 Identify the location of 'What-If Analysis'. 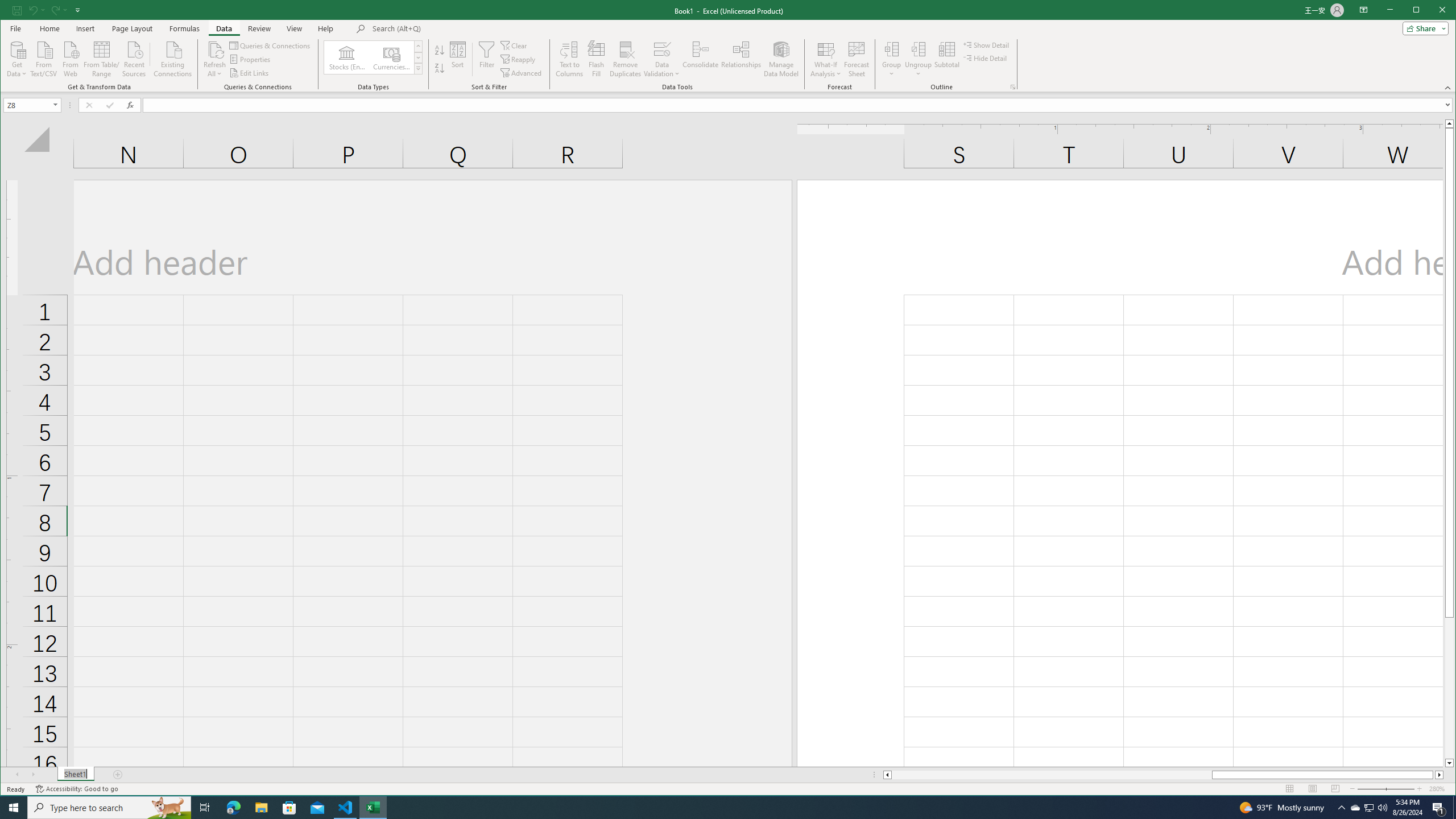
(825, 59).